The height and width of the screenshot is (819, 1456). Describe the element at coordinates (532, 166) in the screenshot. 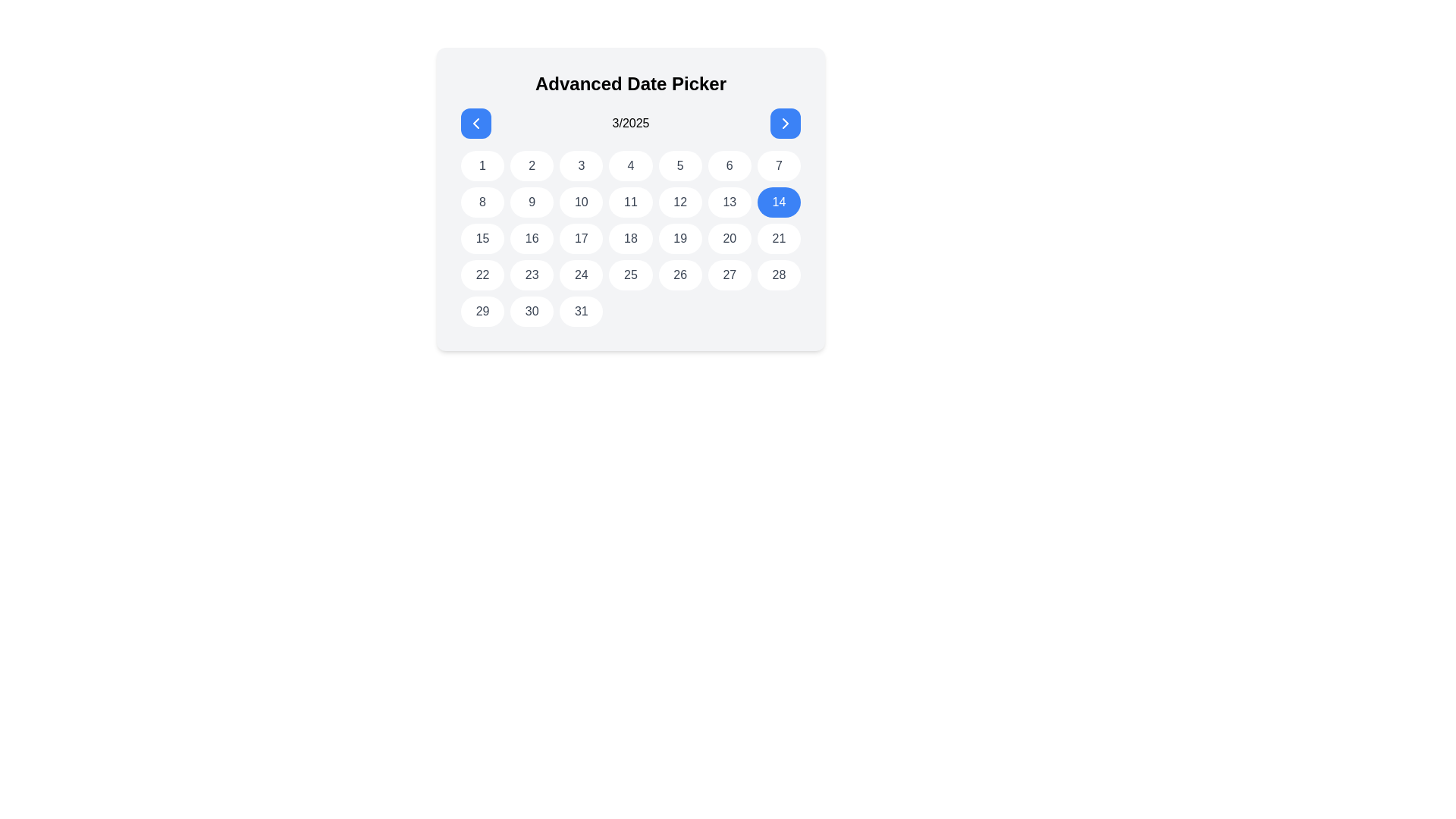

I see `the circular button labeled '2' in the Advanced Date Picker for keyboard navigation` at that location.